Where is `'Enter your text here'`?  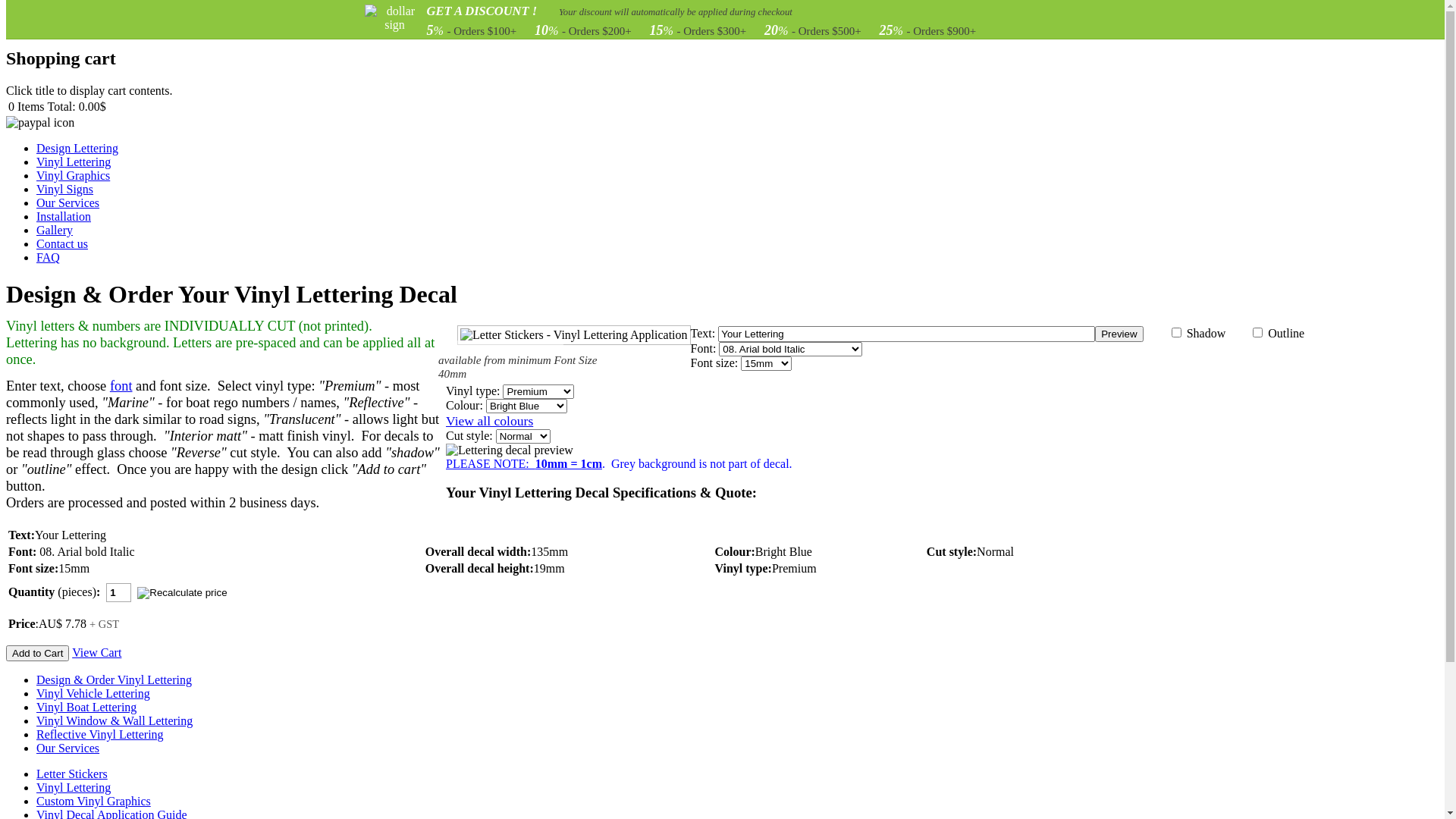
'Enter your text here' is located at coordinates (906, 333).